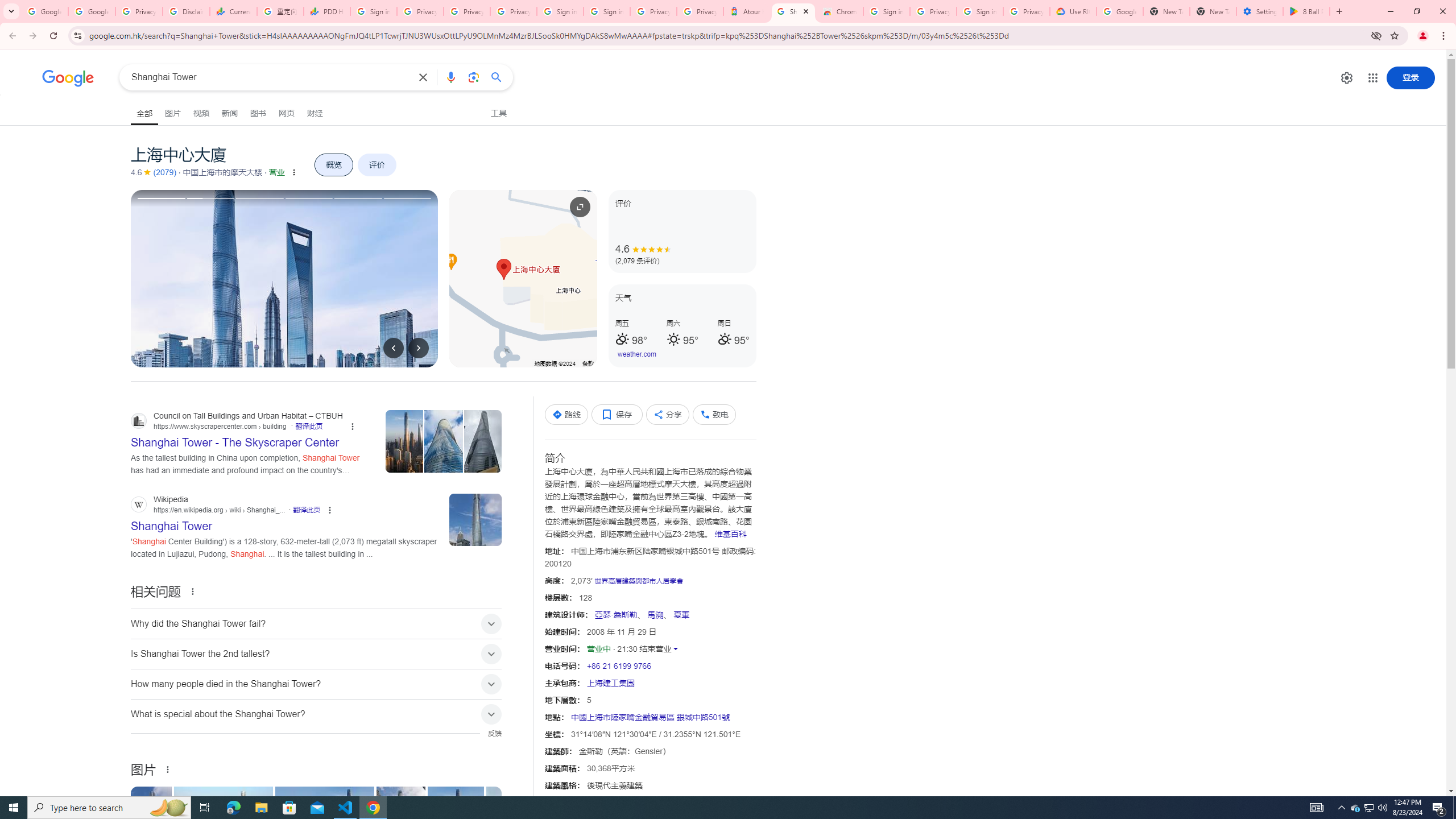 The height and width of the screenshot is (819, 1456). Describe the element at coordinates (559, 11) in the screenshot. I see `'Sign in - Google Accounts'` at that location.